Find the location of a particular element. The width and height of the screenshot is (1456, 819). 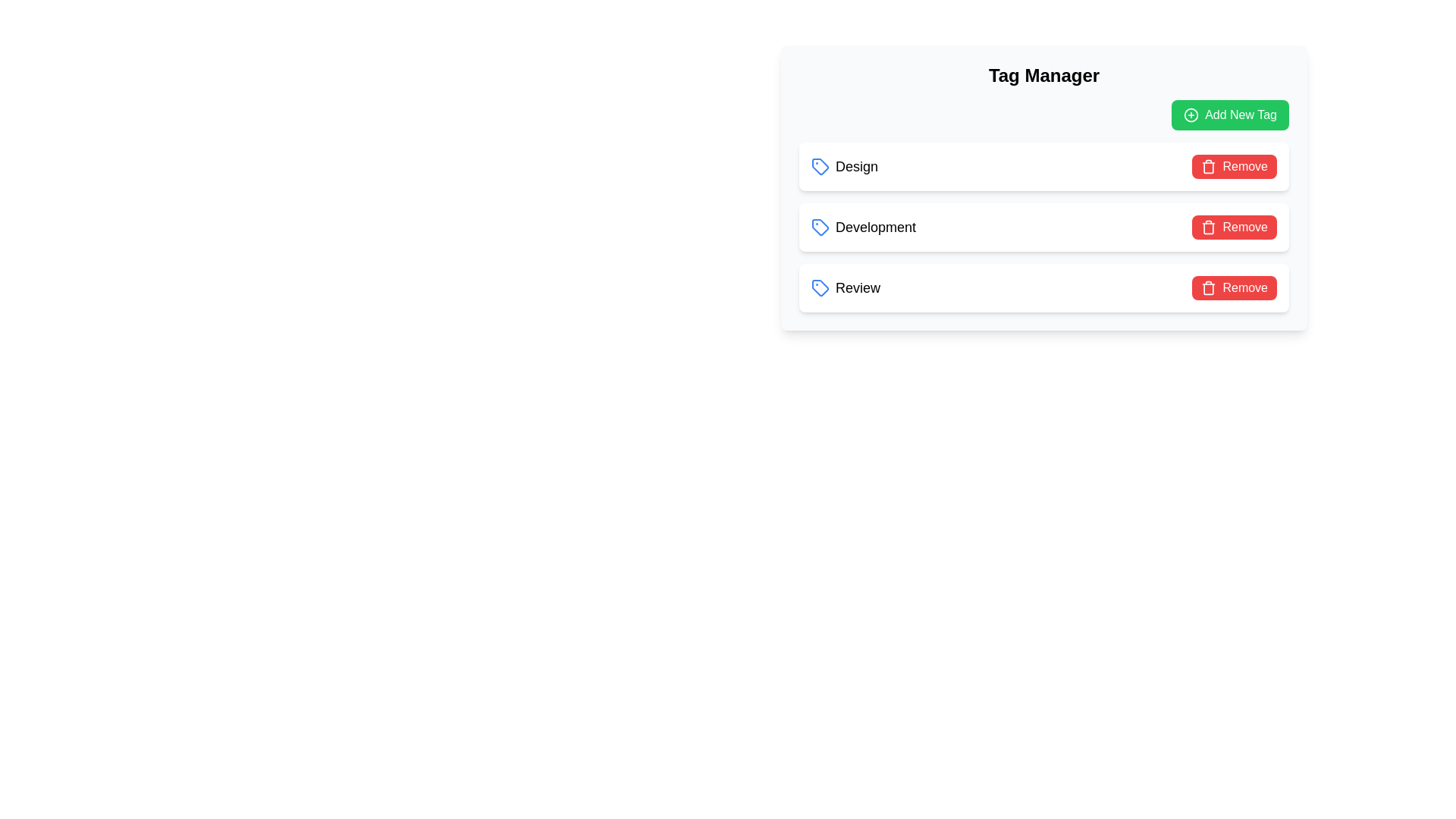

the red 'Remove' button with a trash can icon to initiate the removal of the associated item is located at coordinates (1234, 166).